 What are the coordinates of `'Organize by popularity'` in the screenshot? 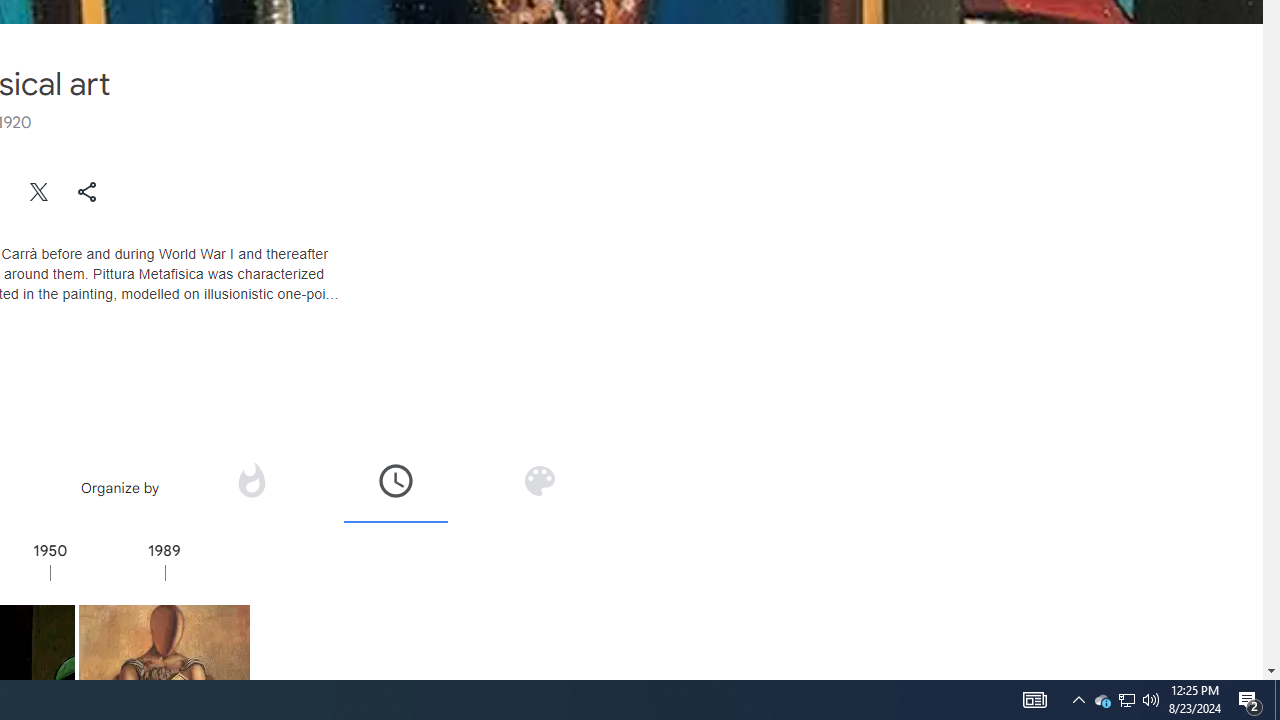 It's located at (249, 480).